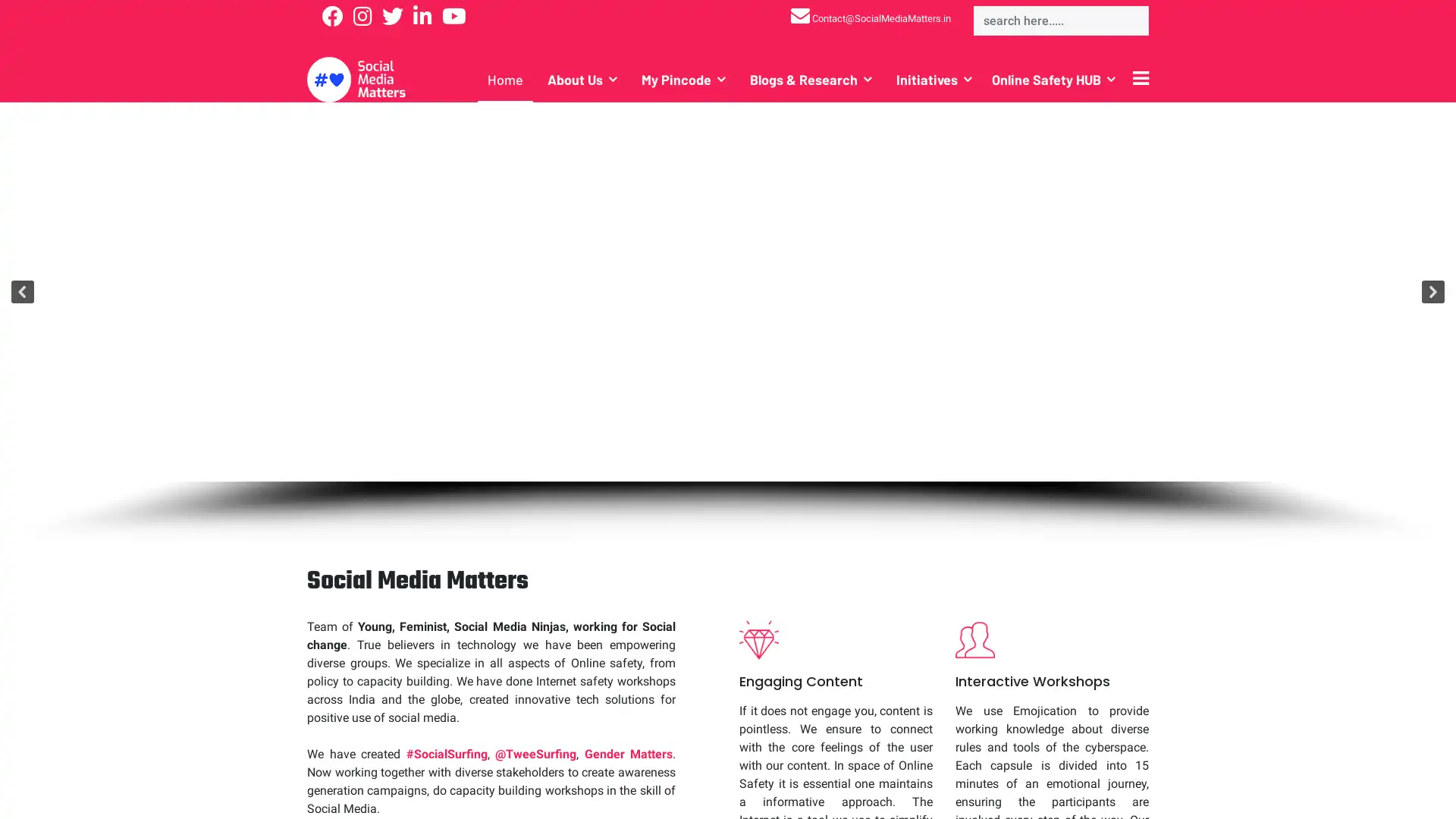  What do you see at coordinates (748, 466) in the screenshot?
I see `Online Safety Workshop in Himachal Pradesh` at bounding box center [748, 466].